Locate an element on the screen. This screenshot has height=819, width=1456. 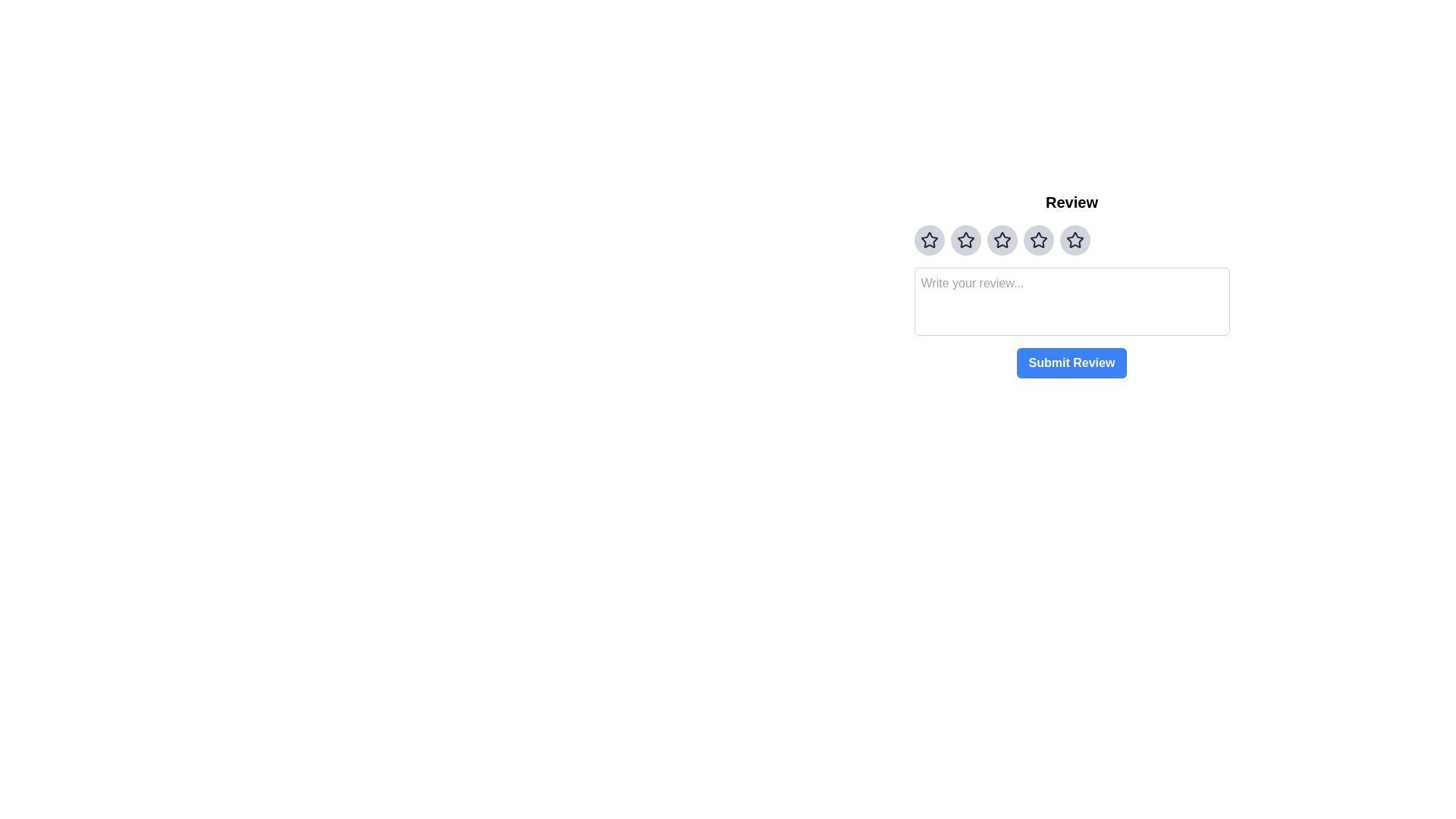
the fifth star button in a group of five horizontally aligned star buttons is located at coordinates (1074, 239).